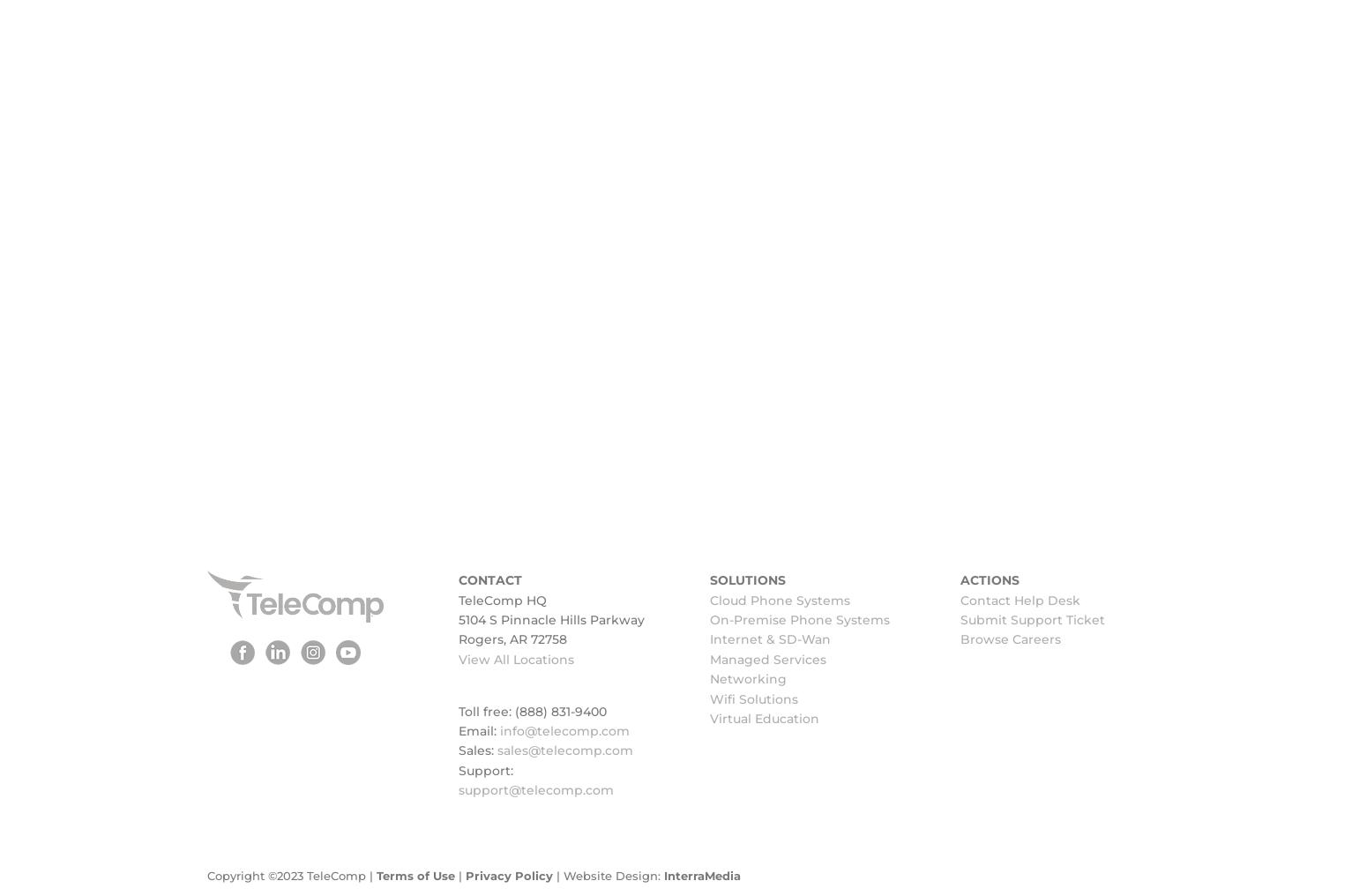 Image resolution: width=1367 pixels, height=896 pixels. I want to click on 'Internet & SD-Wan', so click(707, 639).